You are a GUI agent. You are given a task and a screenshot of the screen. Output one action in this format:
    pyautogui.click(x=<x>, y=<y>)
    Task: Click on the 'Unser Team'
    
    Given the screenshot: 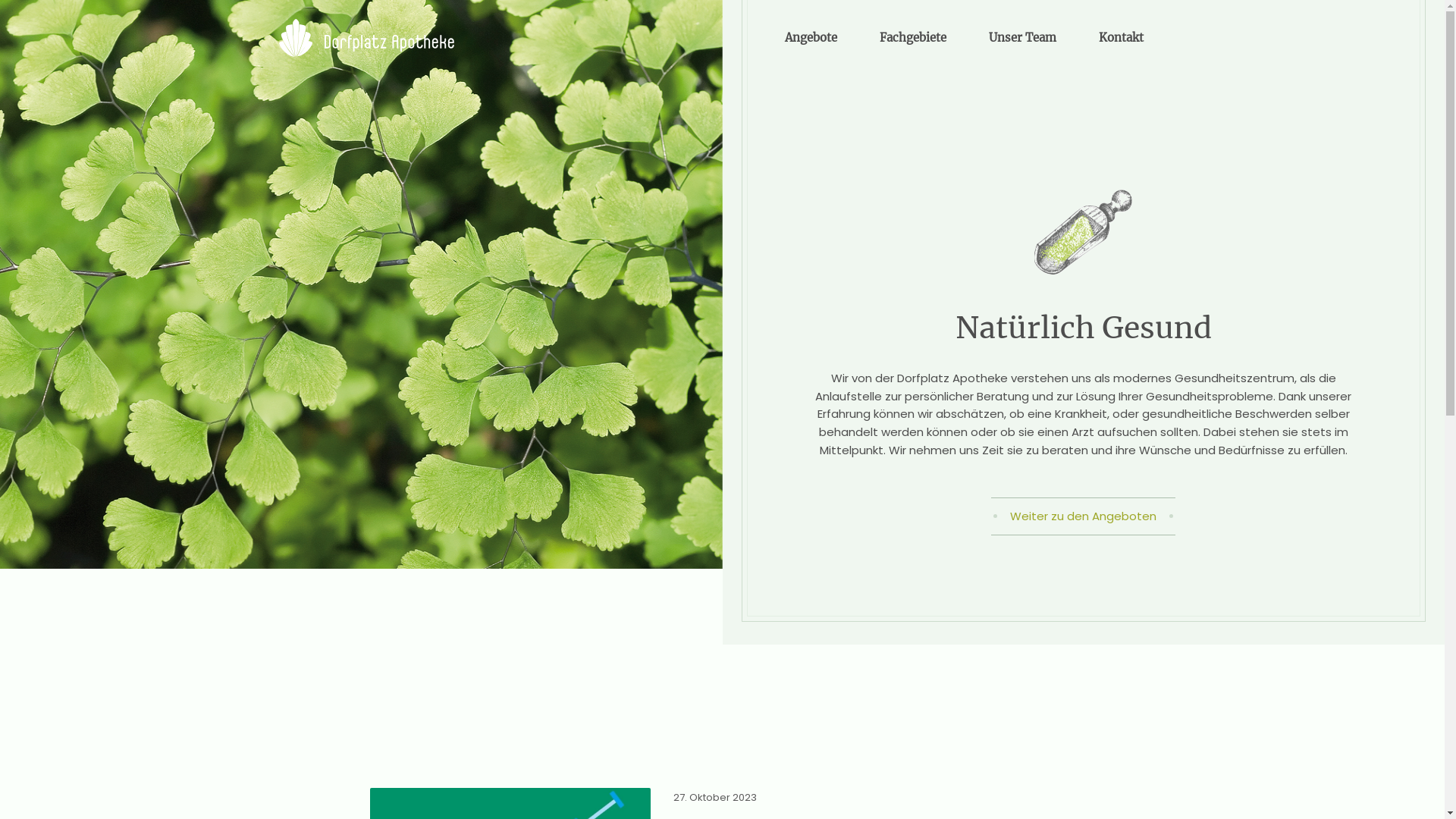 What is the action you would take?
    pyautogui.click(x=1022, y=37)
    